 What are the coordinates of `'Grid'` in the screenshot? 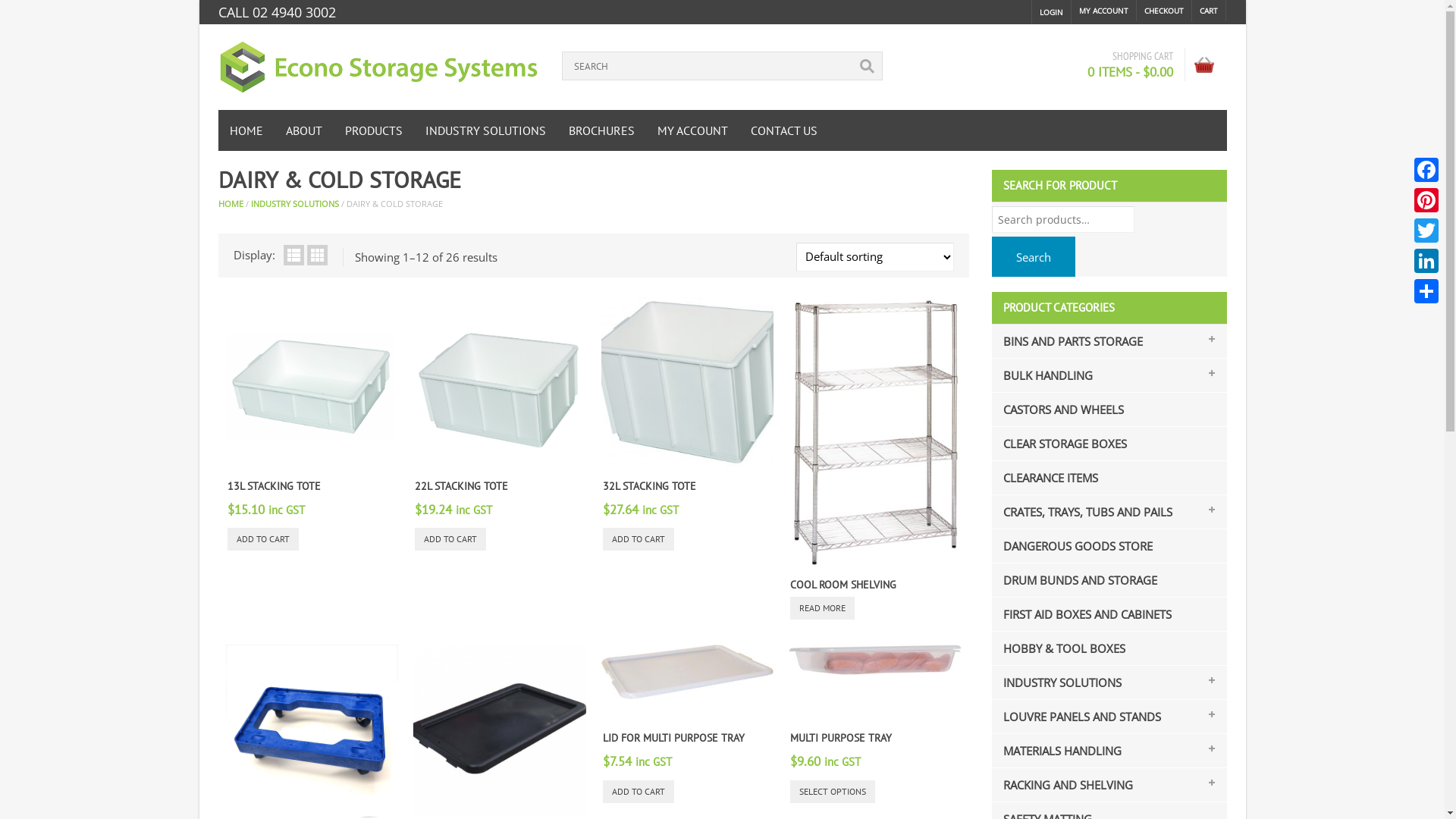 It's located at (305, 254).